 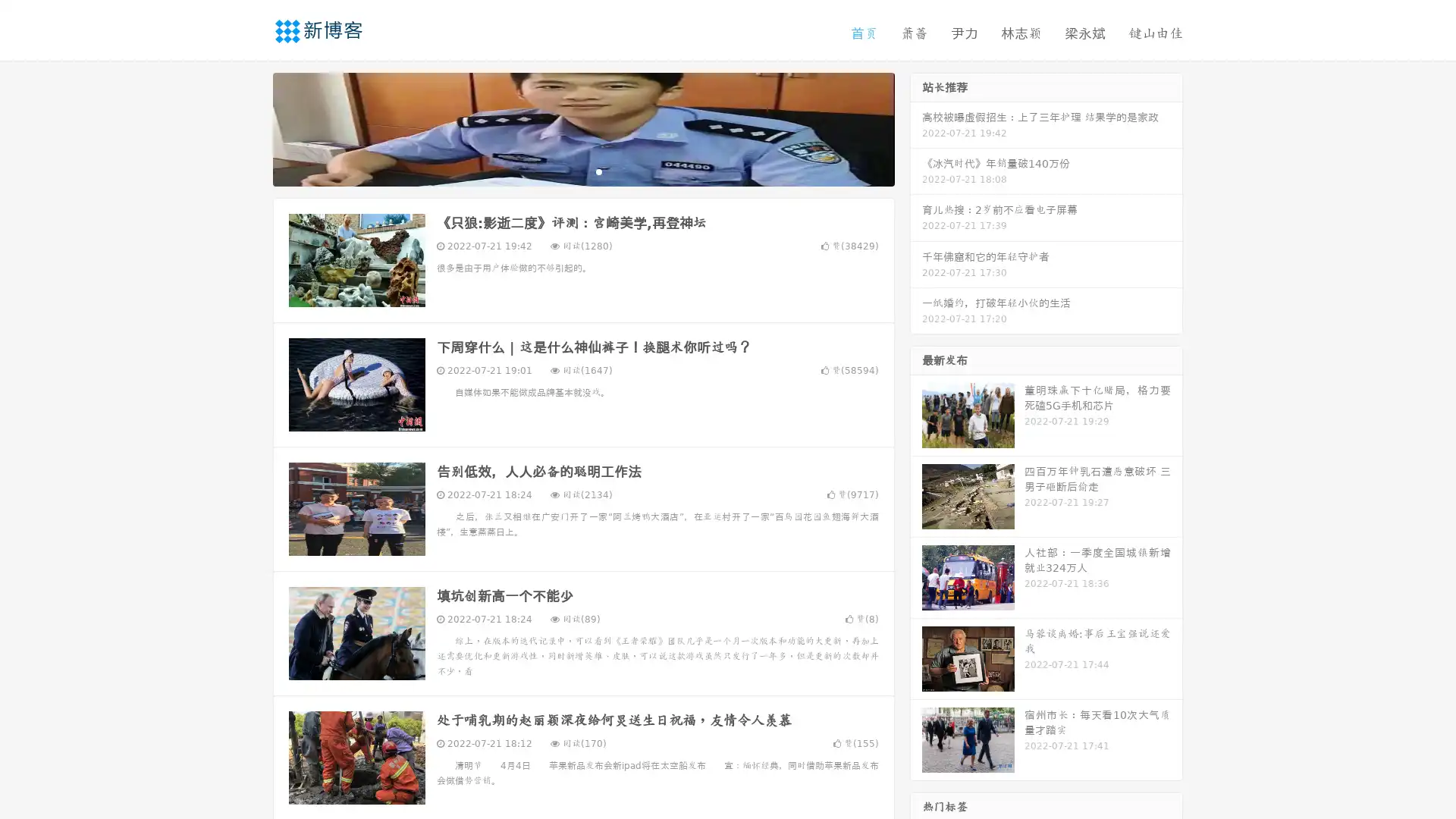 I want to click on Previous slide, so click(x=250, y=127).